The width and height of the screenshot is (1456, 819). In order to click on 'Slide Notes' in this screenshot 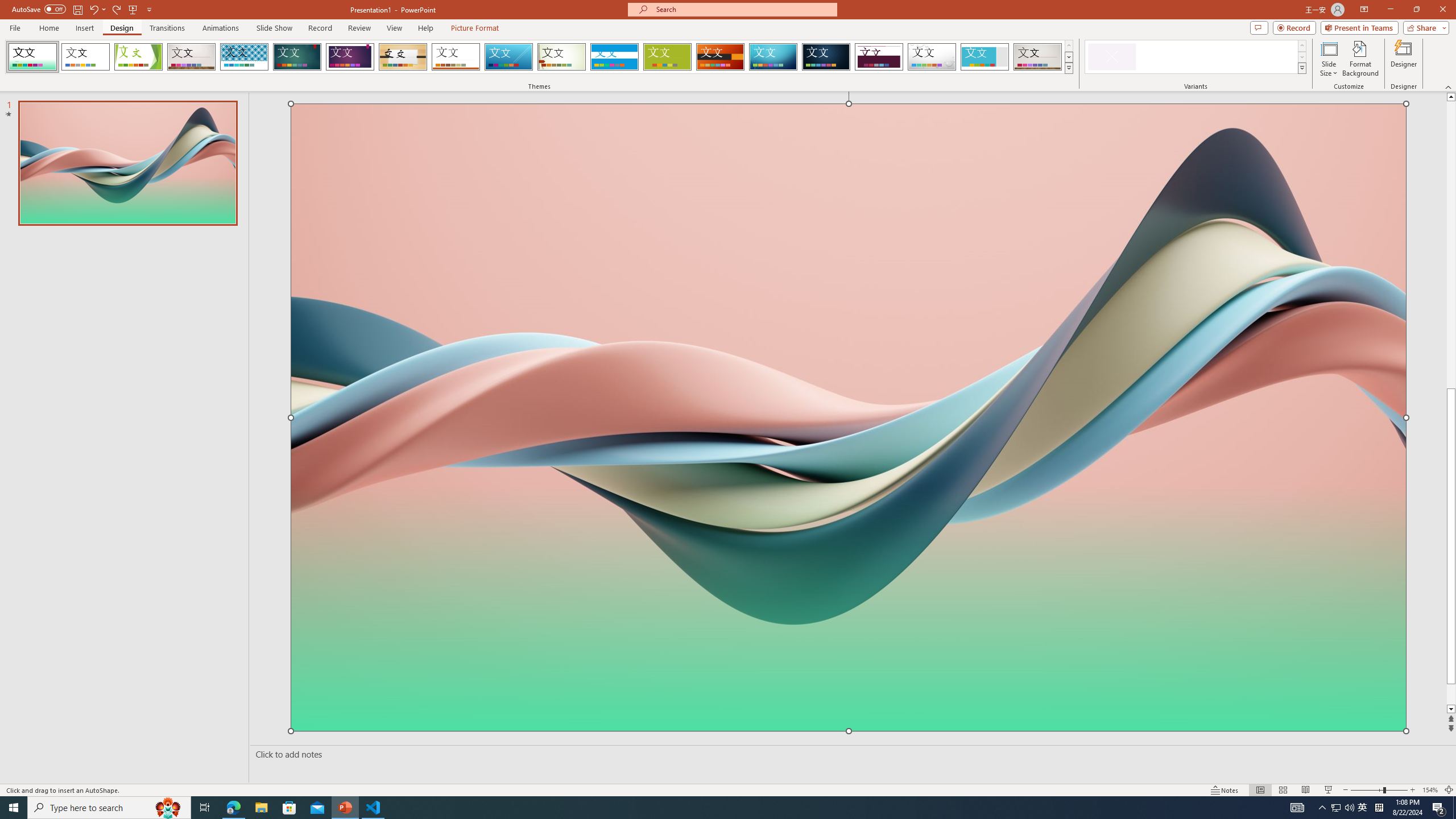, I will do `click(850, 754)`.